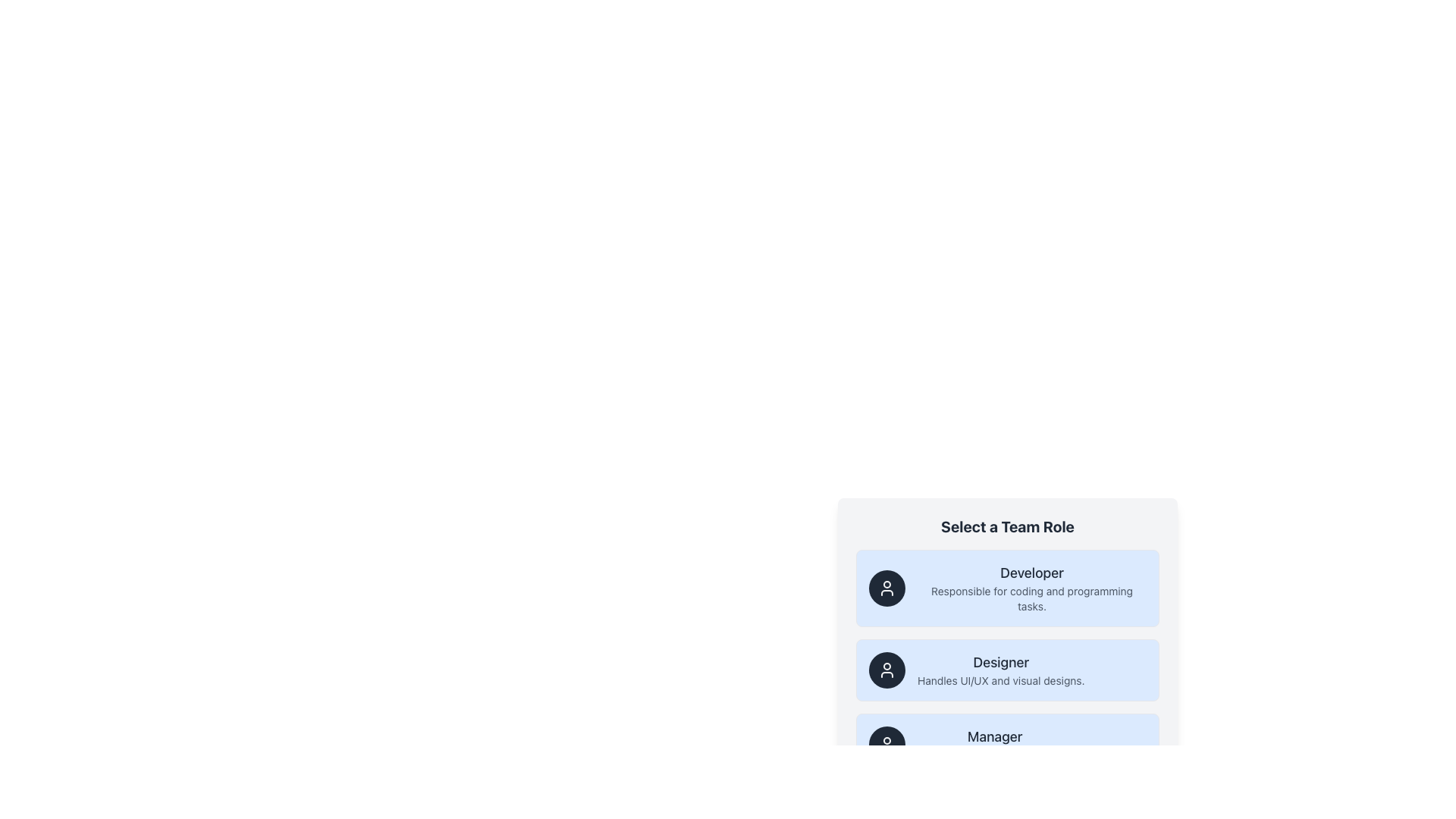 This screenshot has height=819, width=1456. I want to click on the 'Designer' role icon in the team role selection menu, so click(887, 669).